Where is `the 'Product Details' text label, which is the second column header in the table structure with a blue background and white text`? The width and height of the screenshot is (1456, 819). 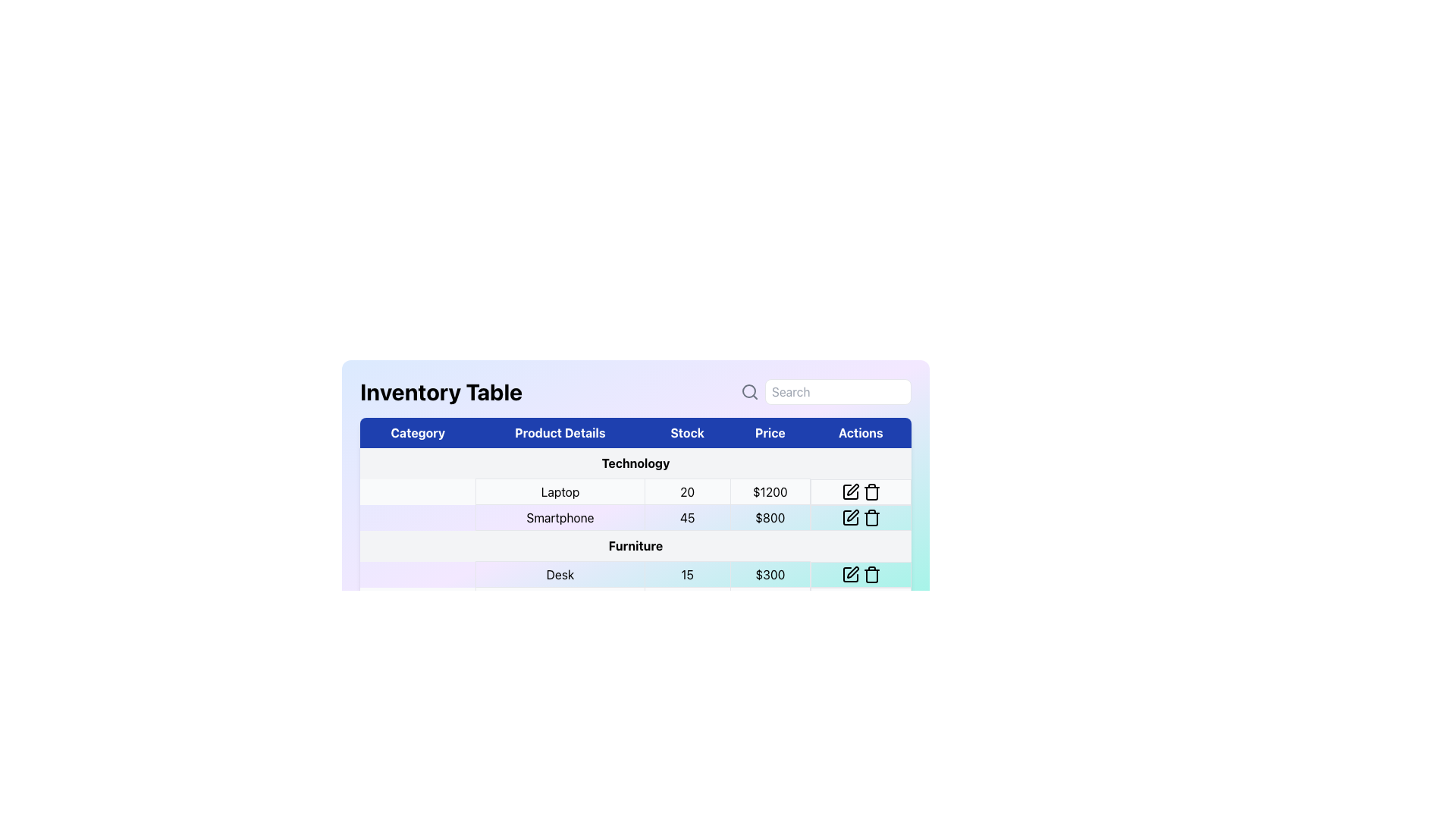
the 'Product Details' text label, which is the second column header in the table structure with a blue background and white text is located at coordinates (560, 432).